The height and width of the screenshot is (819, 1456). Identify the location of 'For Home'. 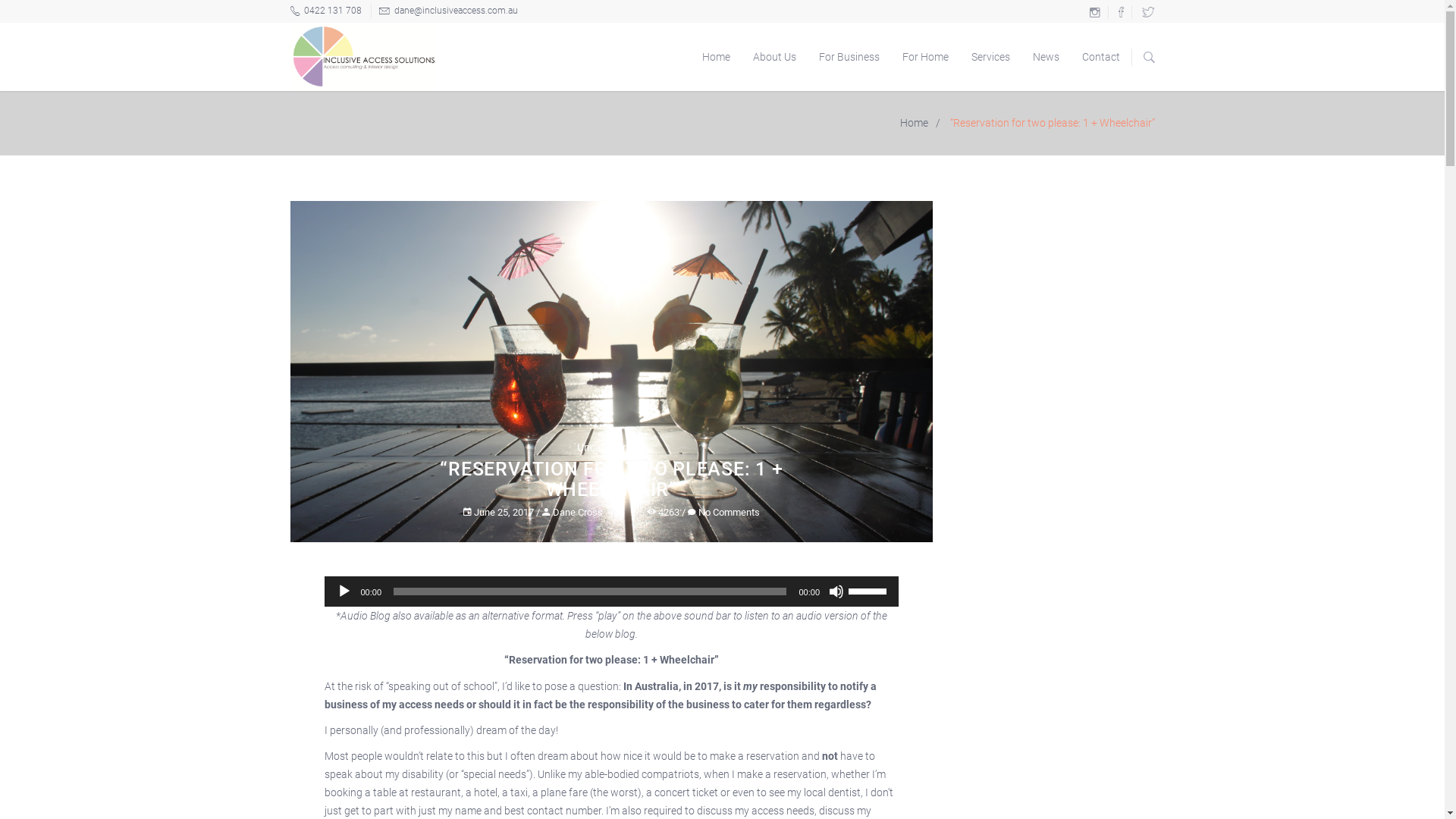
(924, 55).